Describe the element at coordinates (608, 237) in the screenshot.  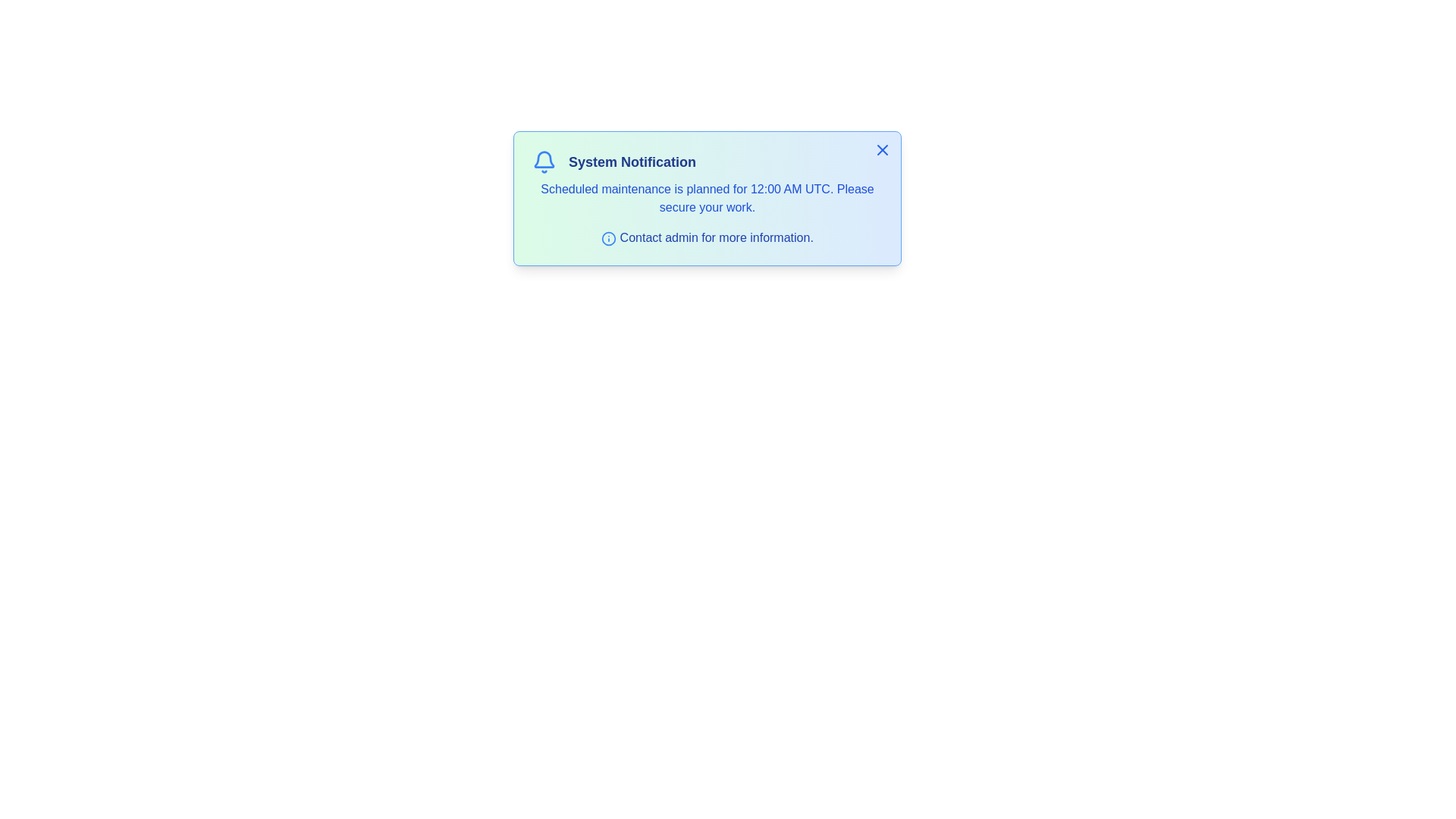
I see `the informational icon to reveal more details` at that location.